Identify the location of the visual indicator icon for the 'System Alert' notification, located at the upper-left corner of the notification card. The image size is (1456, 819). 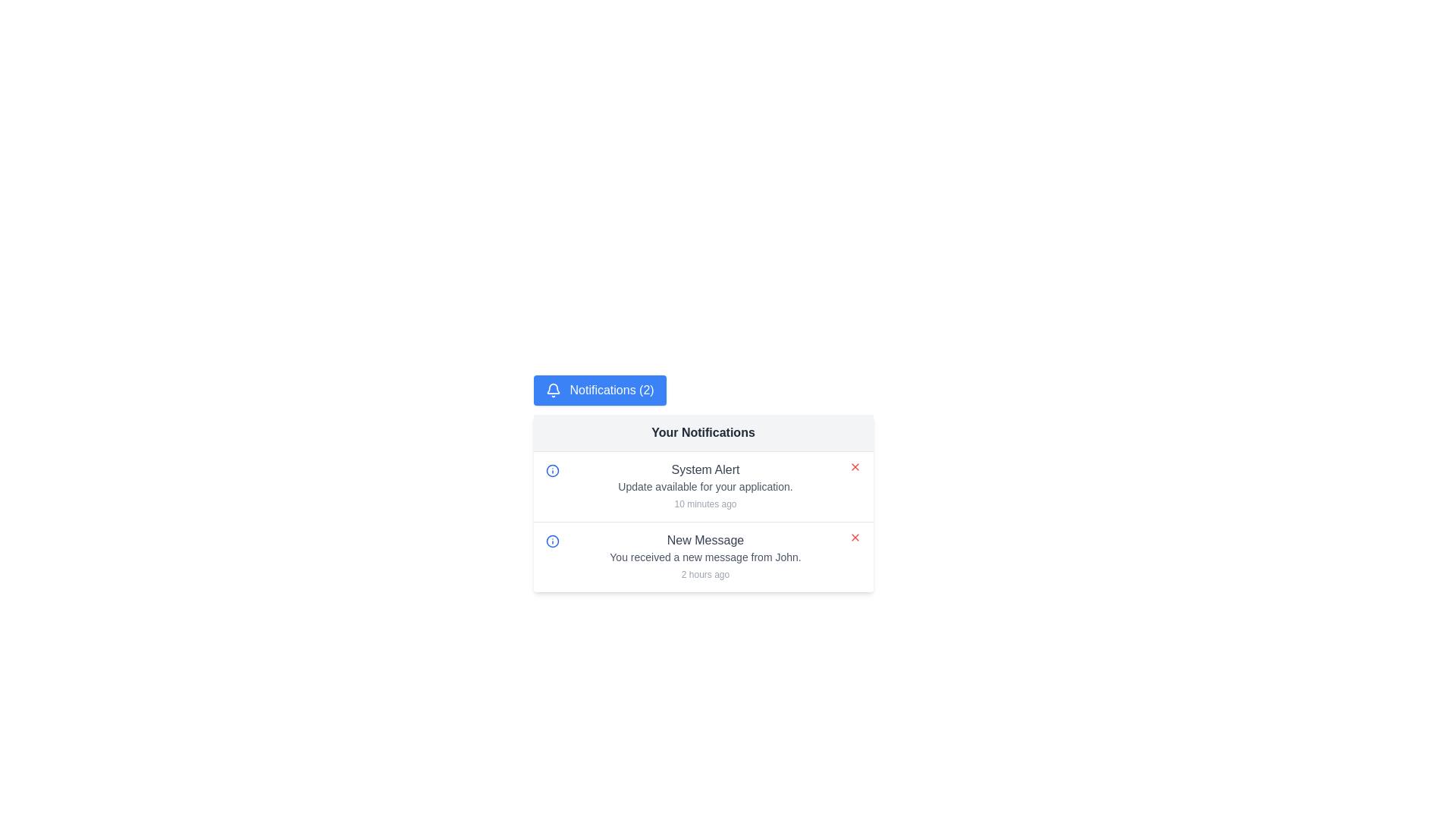
(551, 470).